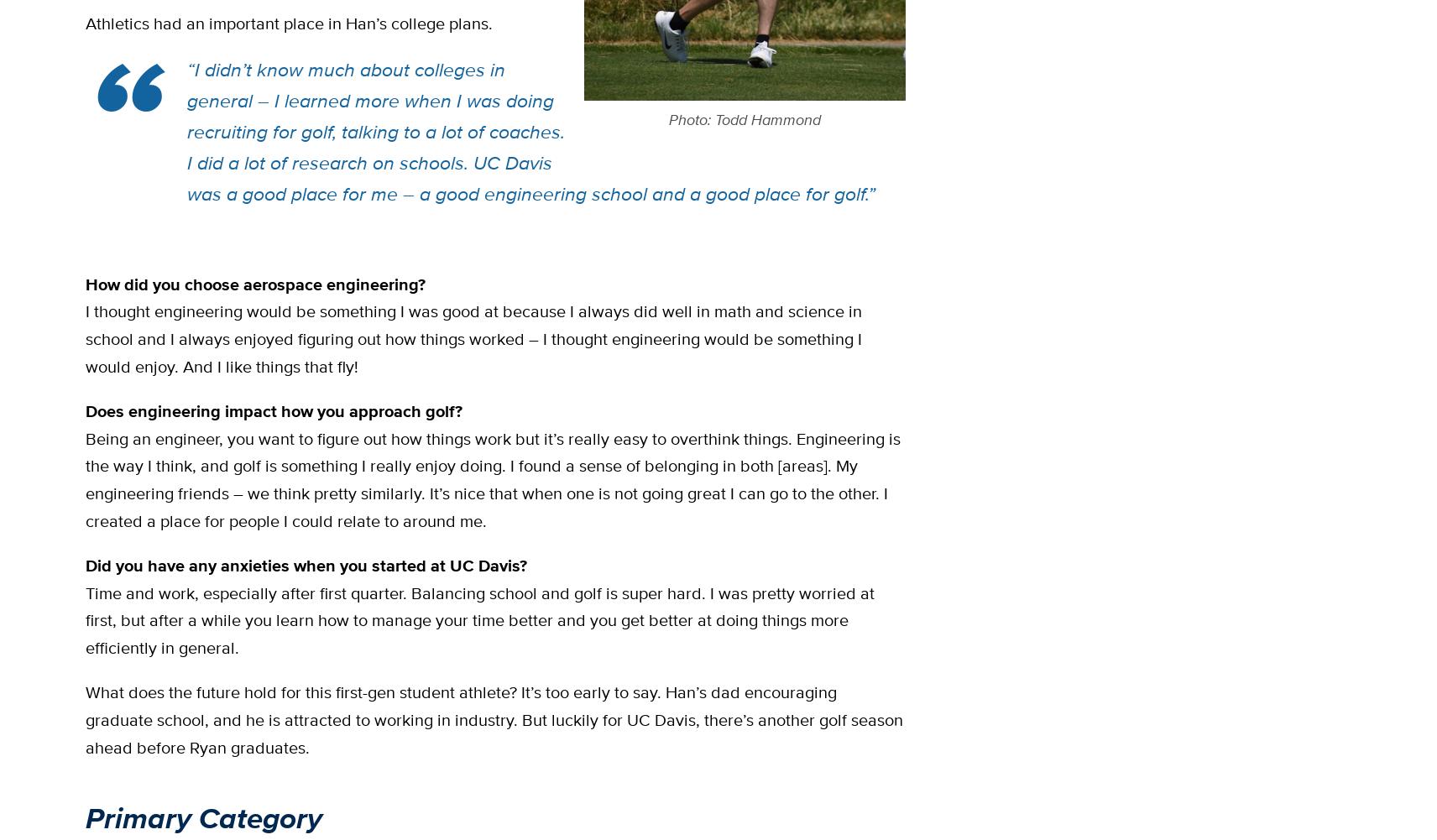 The width and height of the screenshot is (1437, 840). I want to click on 'Does engineering impact how you approach golf?', so click(274, 410).